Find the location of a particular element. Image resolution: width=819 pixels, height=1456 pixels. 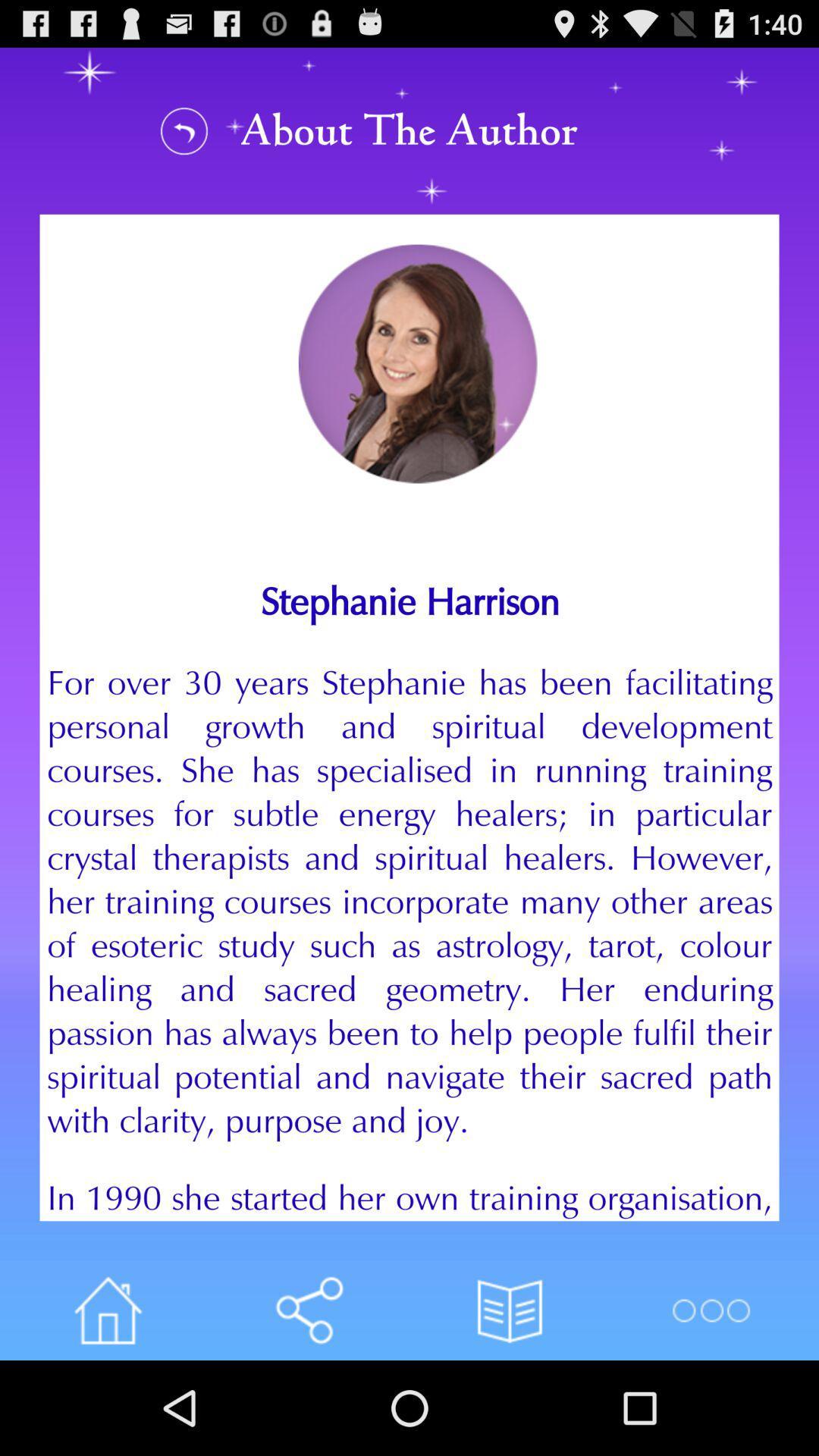

go home page is located at coordinates (107, 1310).